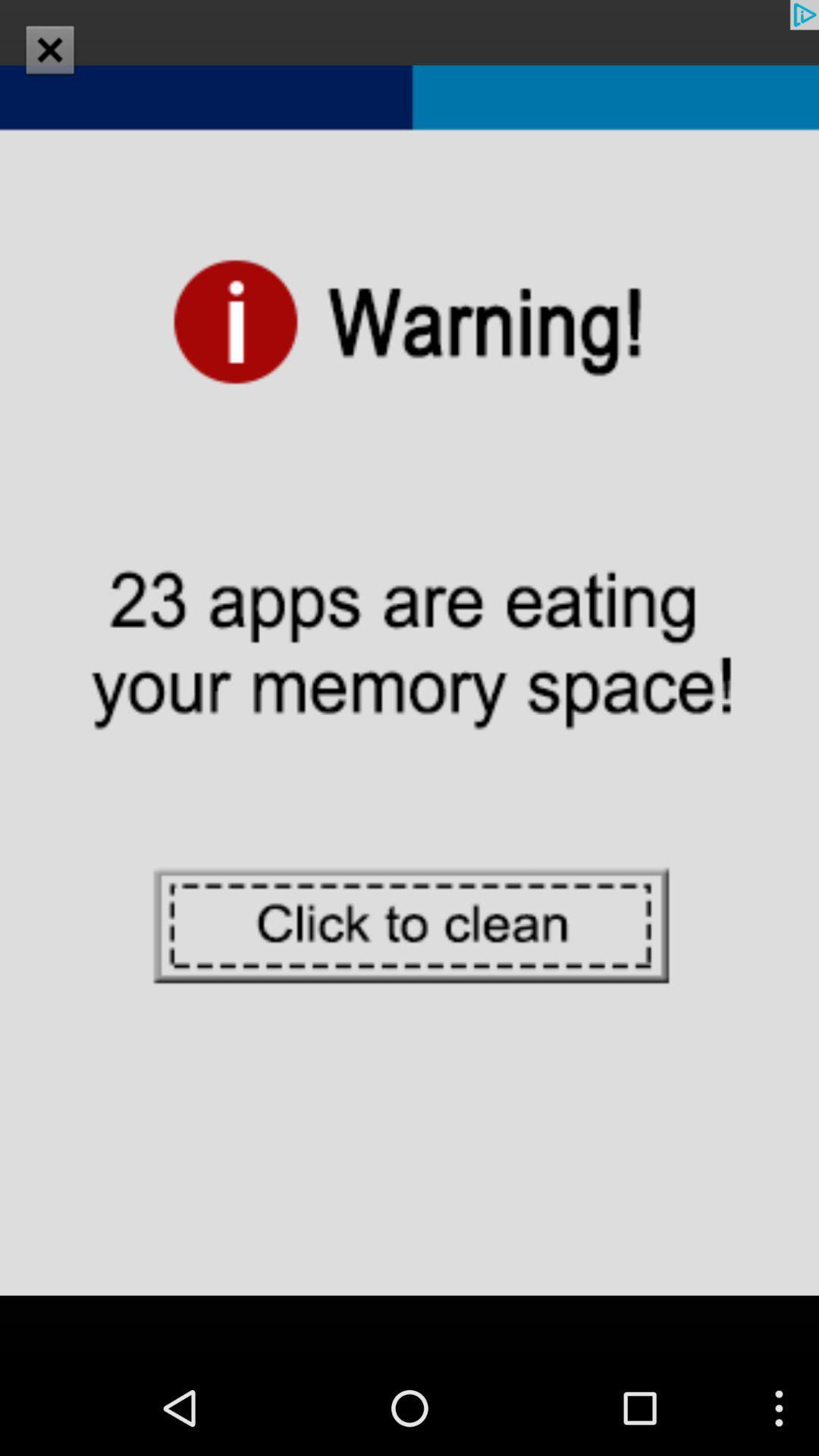 Image resolution: width=819 pixels, height=1456 pixels. What do you see at coordinates (49, 53) in the screenshot?
I see `the close icon` at bounding box center [49, 53].